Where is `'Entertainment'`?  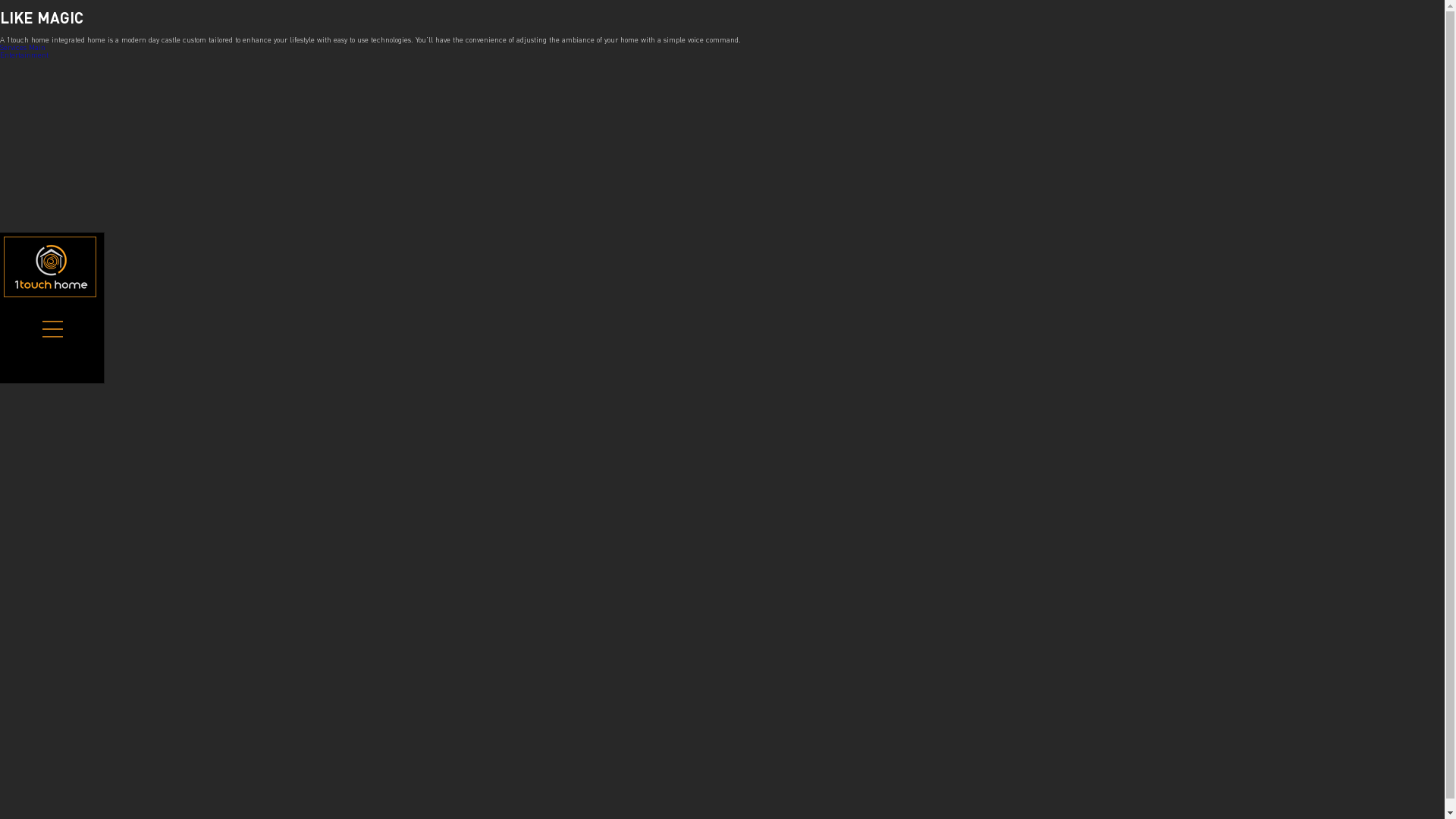
'Entertainment' is located at coordinates (24, 54).